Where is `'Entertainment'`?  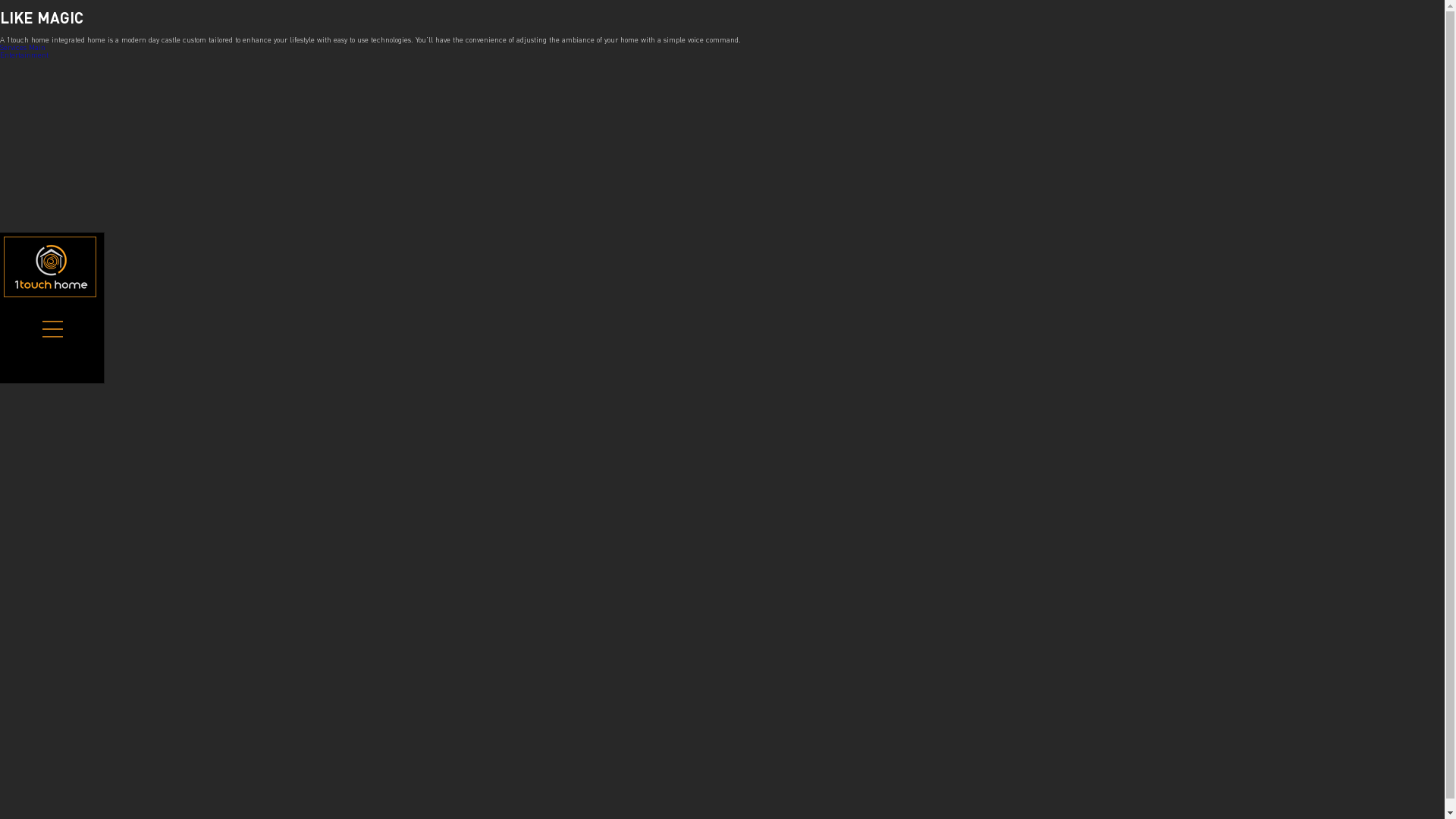
'Entertainment' is located at coordinates (24, 54).